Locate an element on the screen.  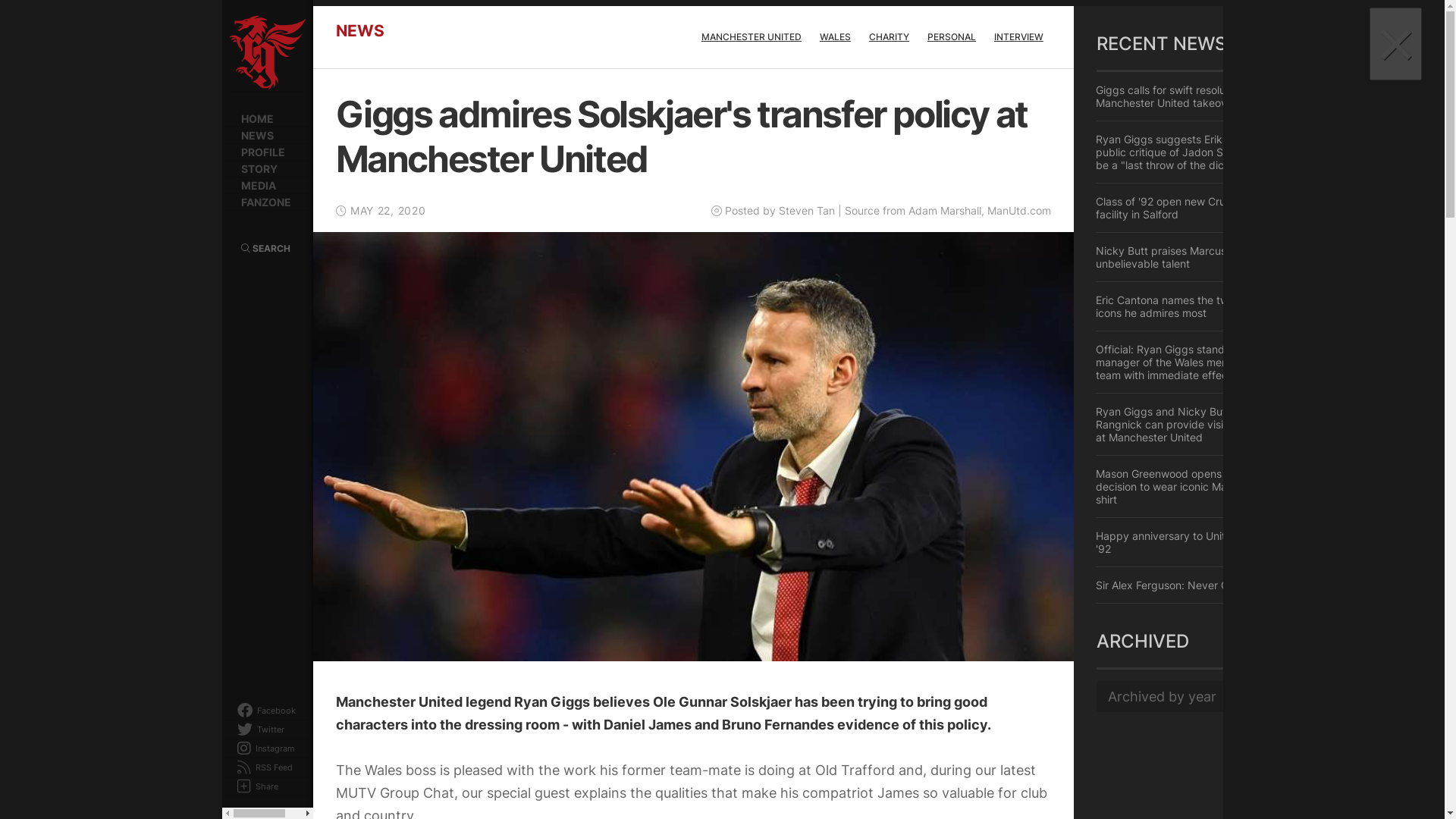
'MEDIA' is located at coordinates (266, 185).